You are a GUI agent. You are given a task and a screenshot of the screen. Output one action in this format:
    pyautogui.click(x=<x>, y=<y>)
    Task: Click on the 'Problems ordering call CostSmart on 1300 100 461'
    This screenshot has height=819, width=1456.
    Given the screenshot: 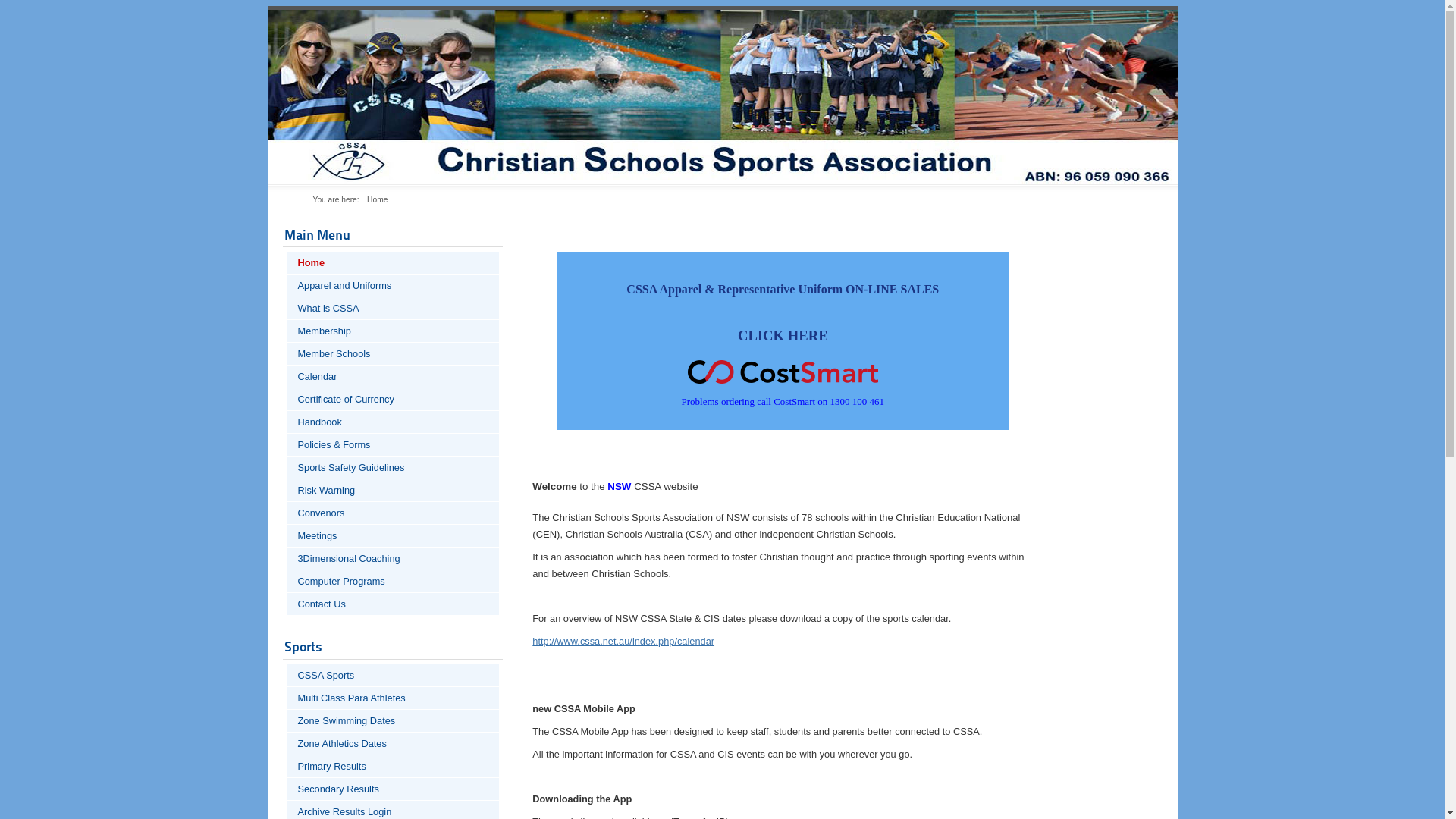 What is the action you would take?
    pyautogui.click(x=783, y=400)
    